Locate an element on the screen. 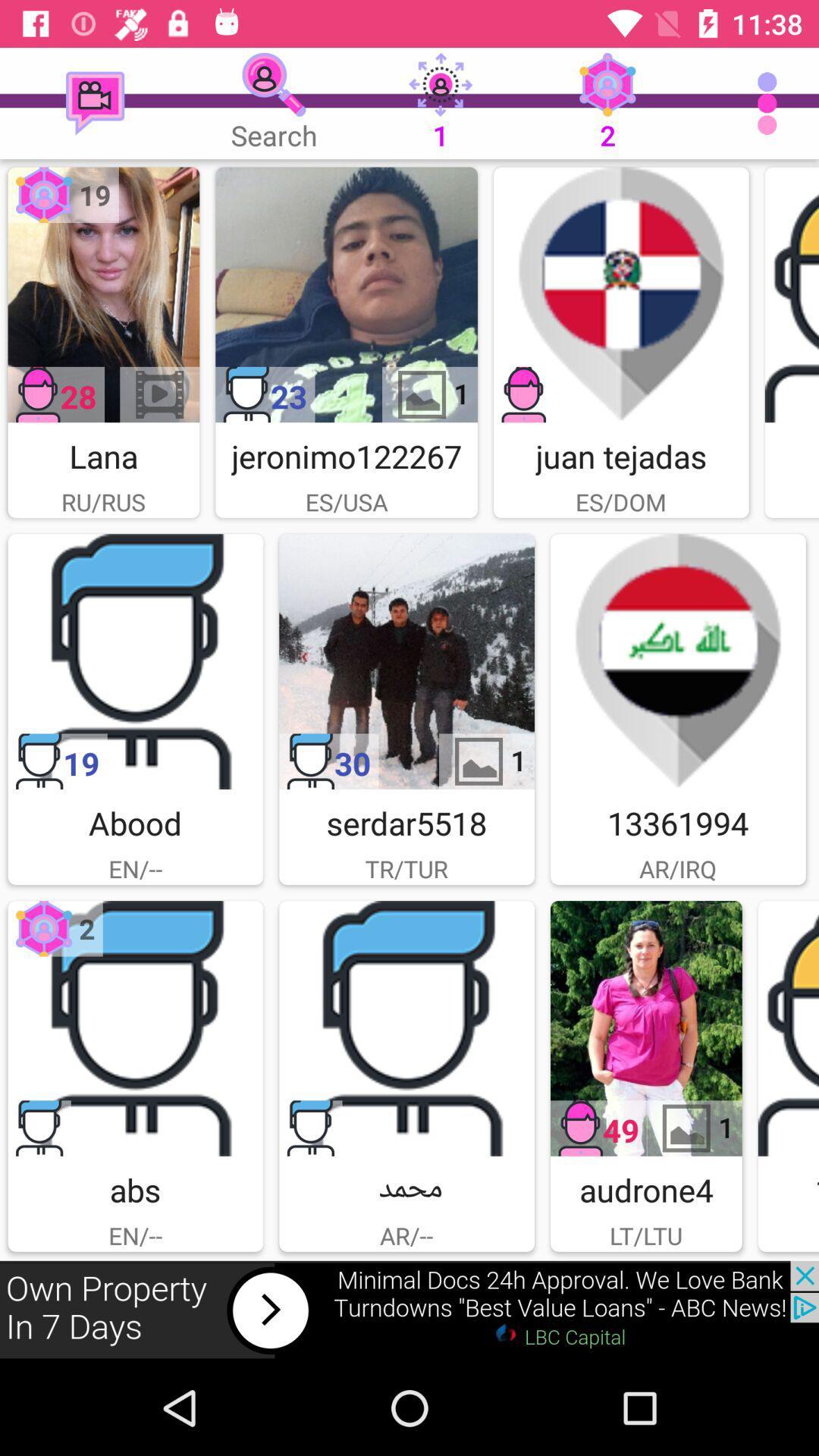  abood is located at coordinates (134, 661).